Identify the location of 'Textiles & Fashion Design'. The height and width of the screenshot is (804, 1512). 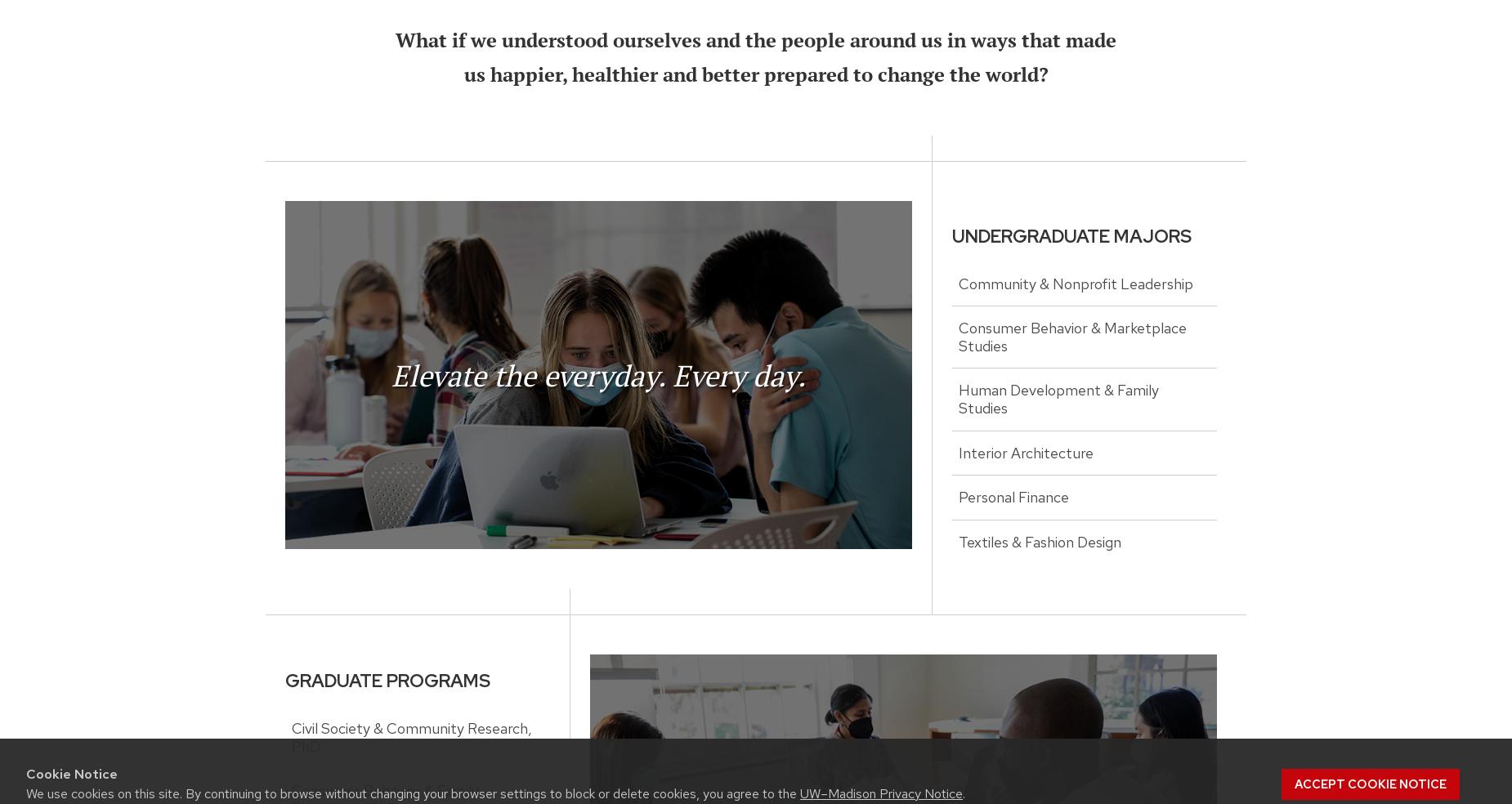
(1039, 541).